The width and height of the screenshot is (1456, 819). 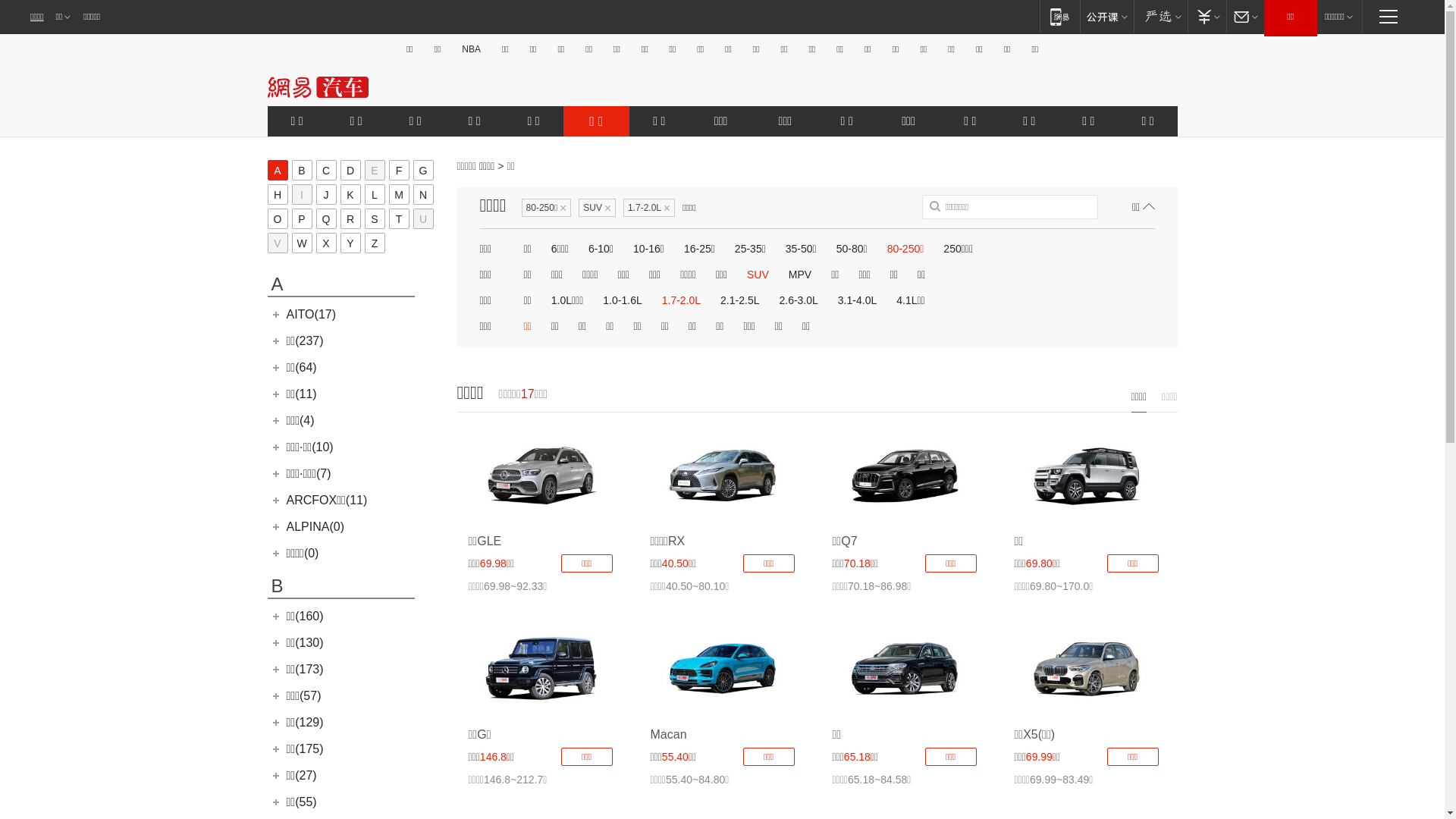 I want to click on 'I', so click(x=291, y=193).